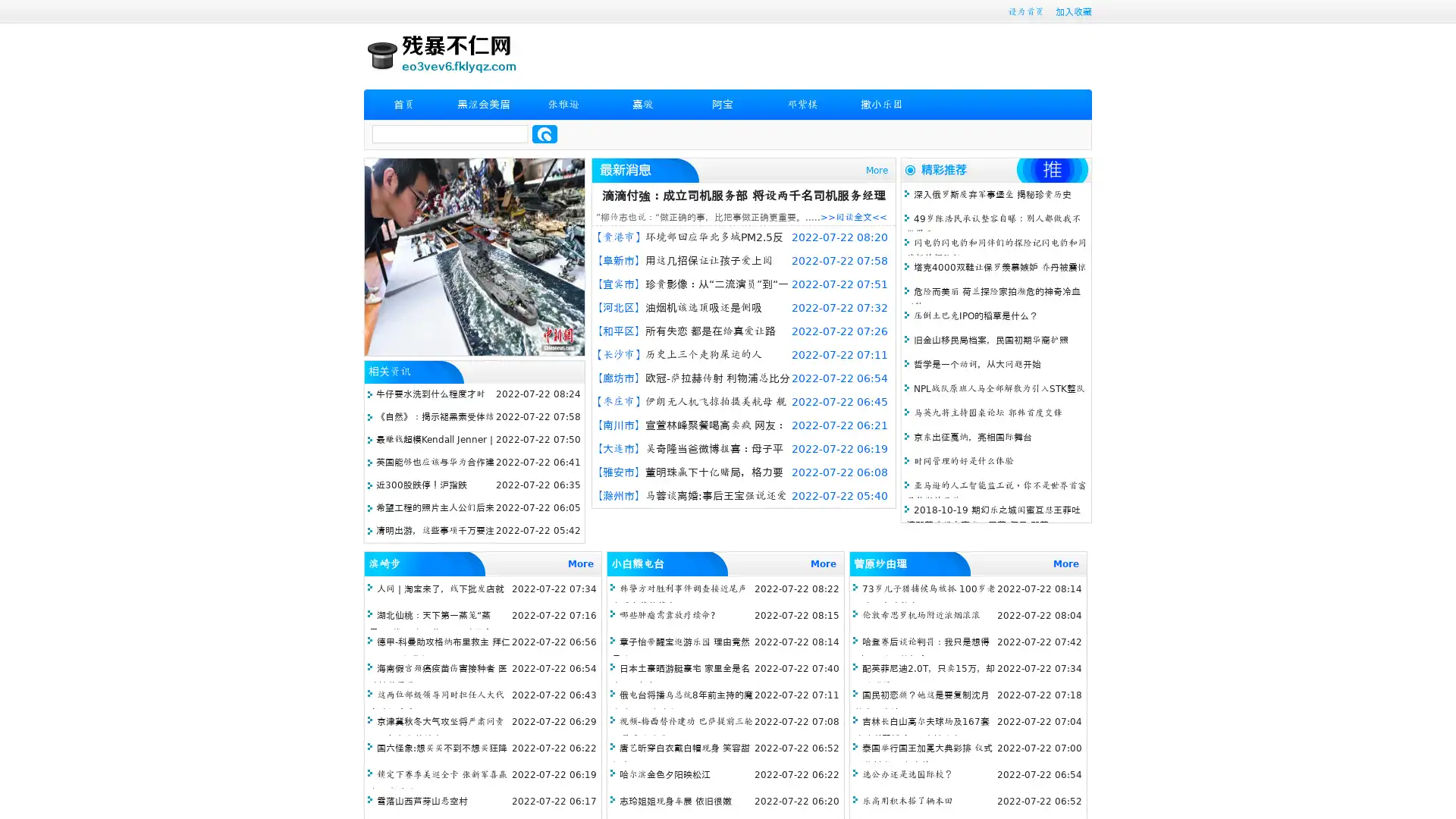 The height and width of the screenshot is (819, 1456). What do you see at coordinates (544, 133) in the screenshot?
I see `Search` at bounding box center [544, 133].